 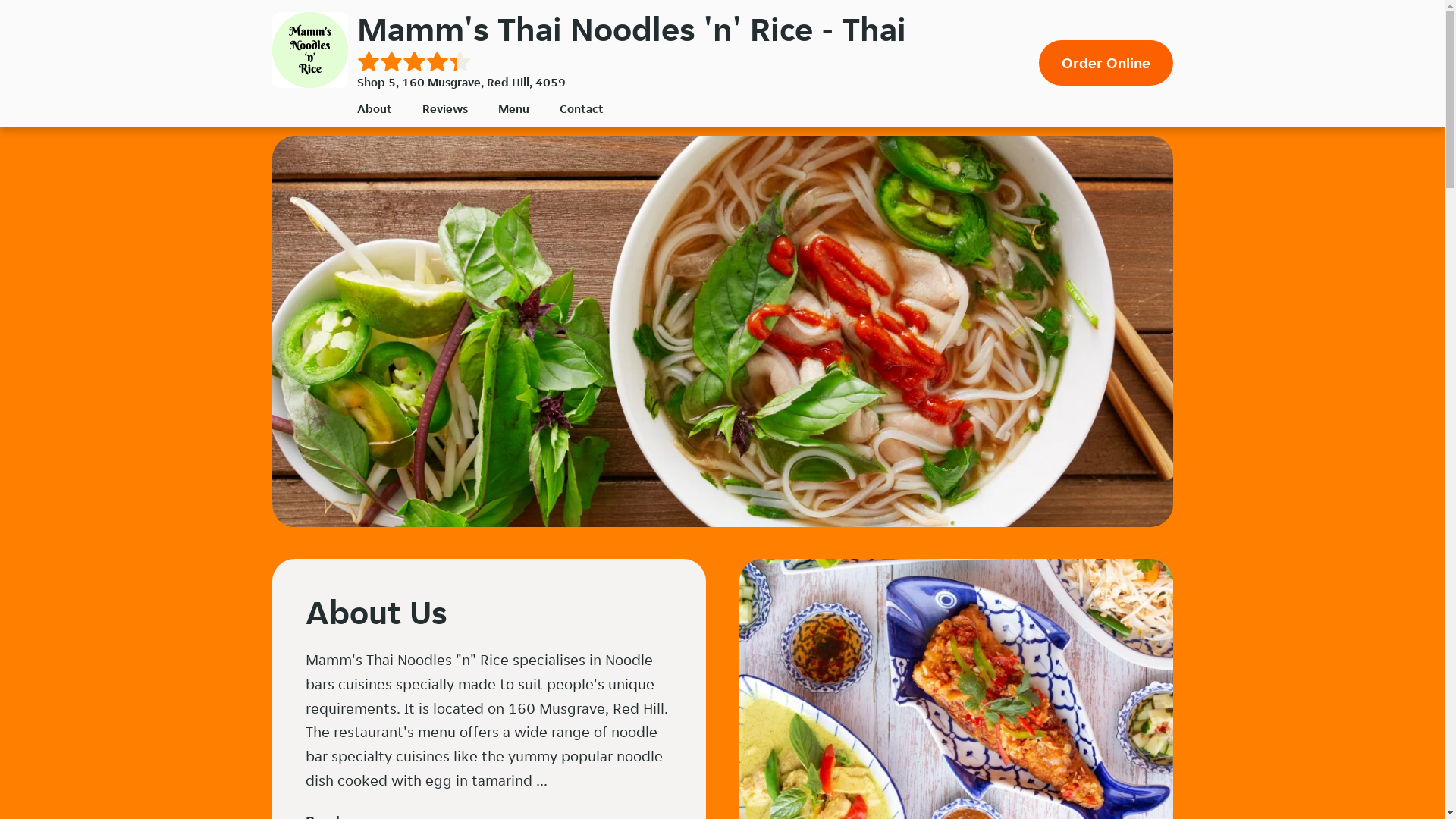 I want to click on 'Reviews', so click(x=443, y=108).